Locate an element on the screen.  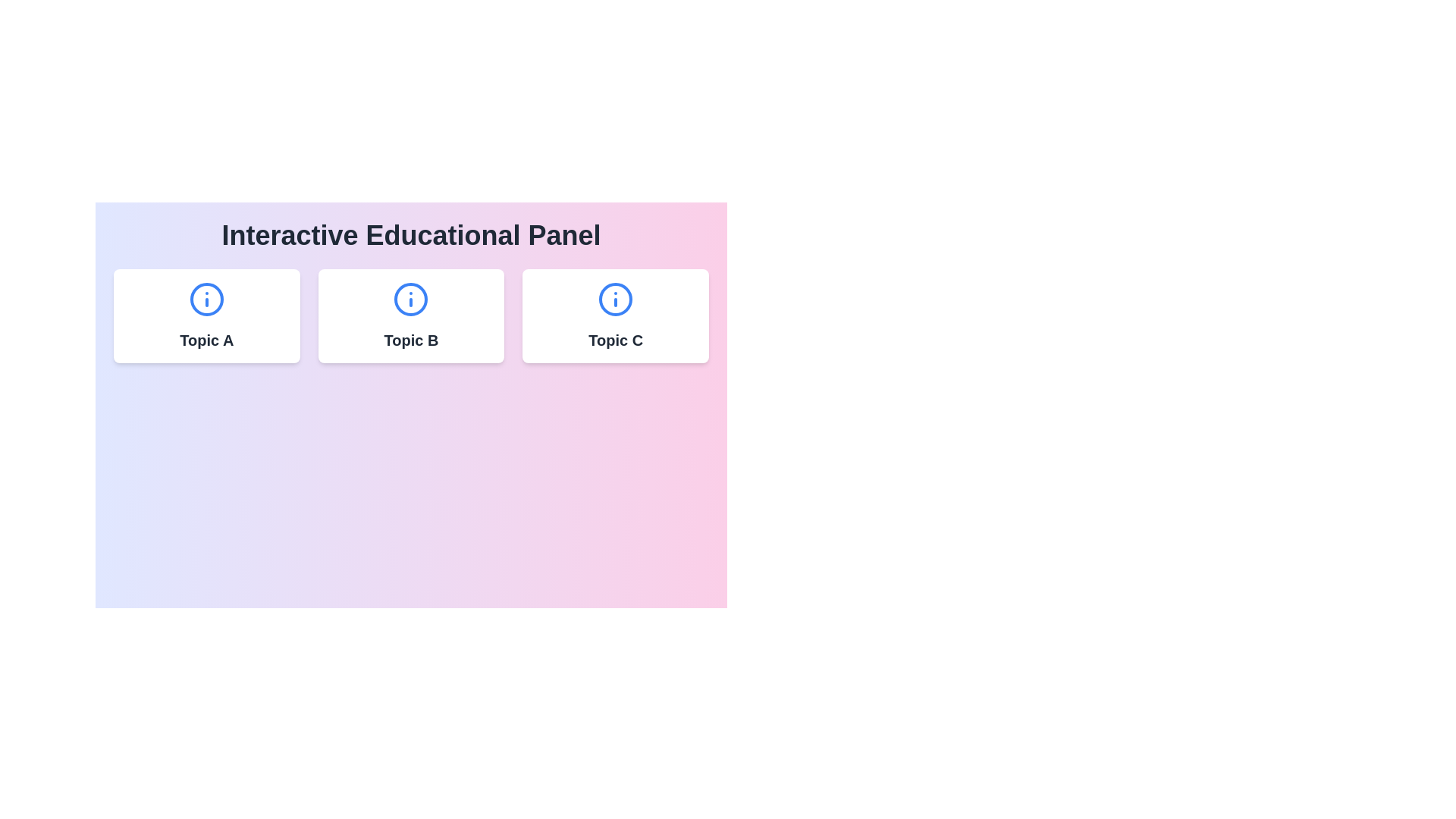
the circular blue outlined icon with an 'i' character located above the label 'Topic B' in the white card to get more information is located at coordinates (411, 299).